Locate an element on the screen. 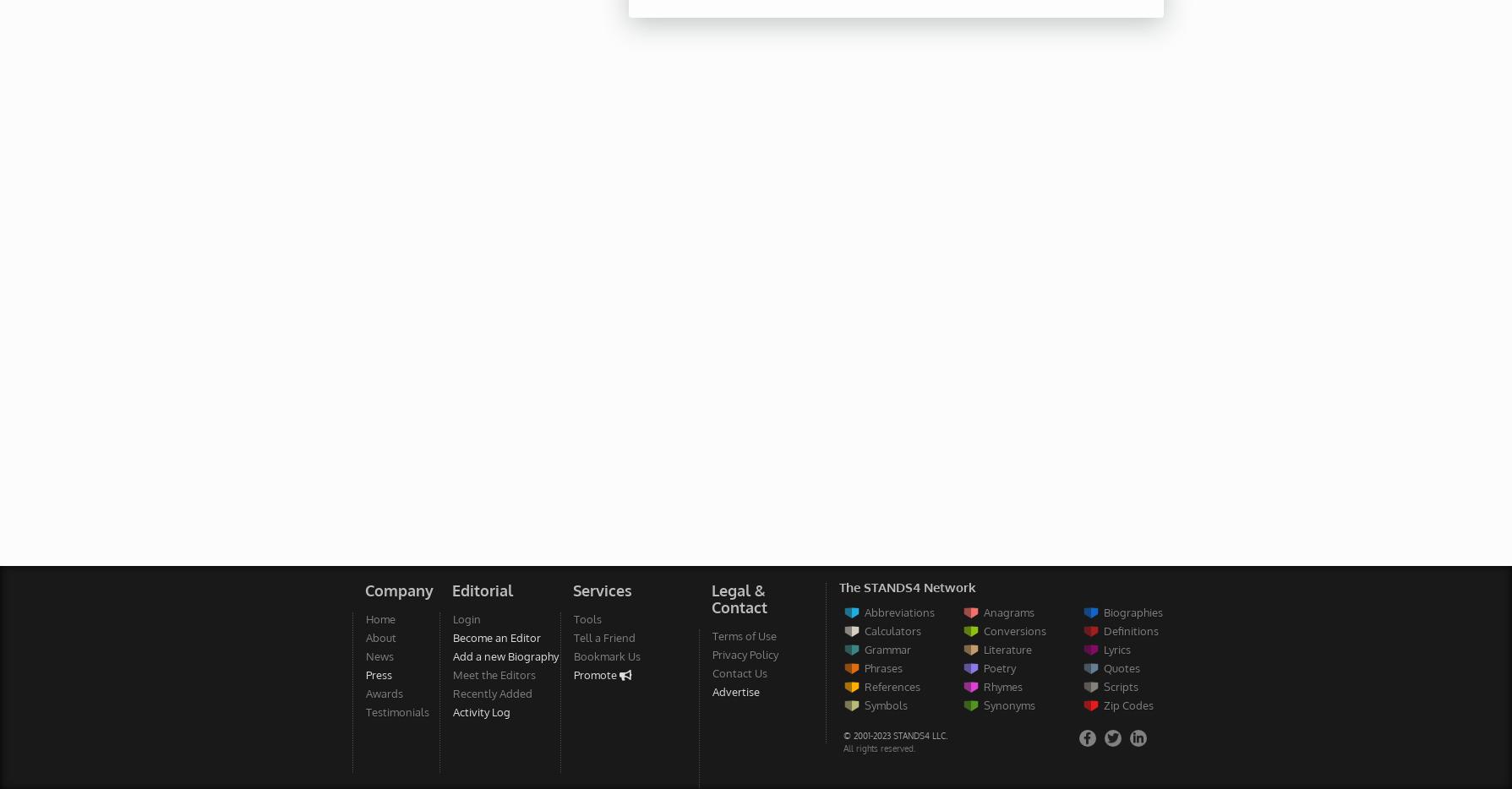 The height and width of the screenshot is (789, 1512). 'Literature' is located at coordinates (982, 648).